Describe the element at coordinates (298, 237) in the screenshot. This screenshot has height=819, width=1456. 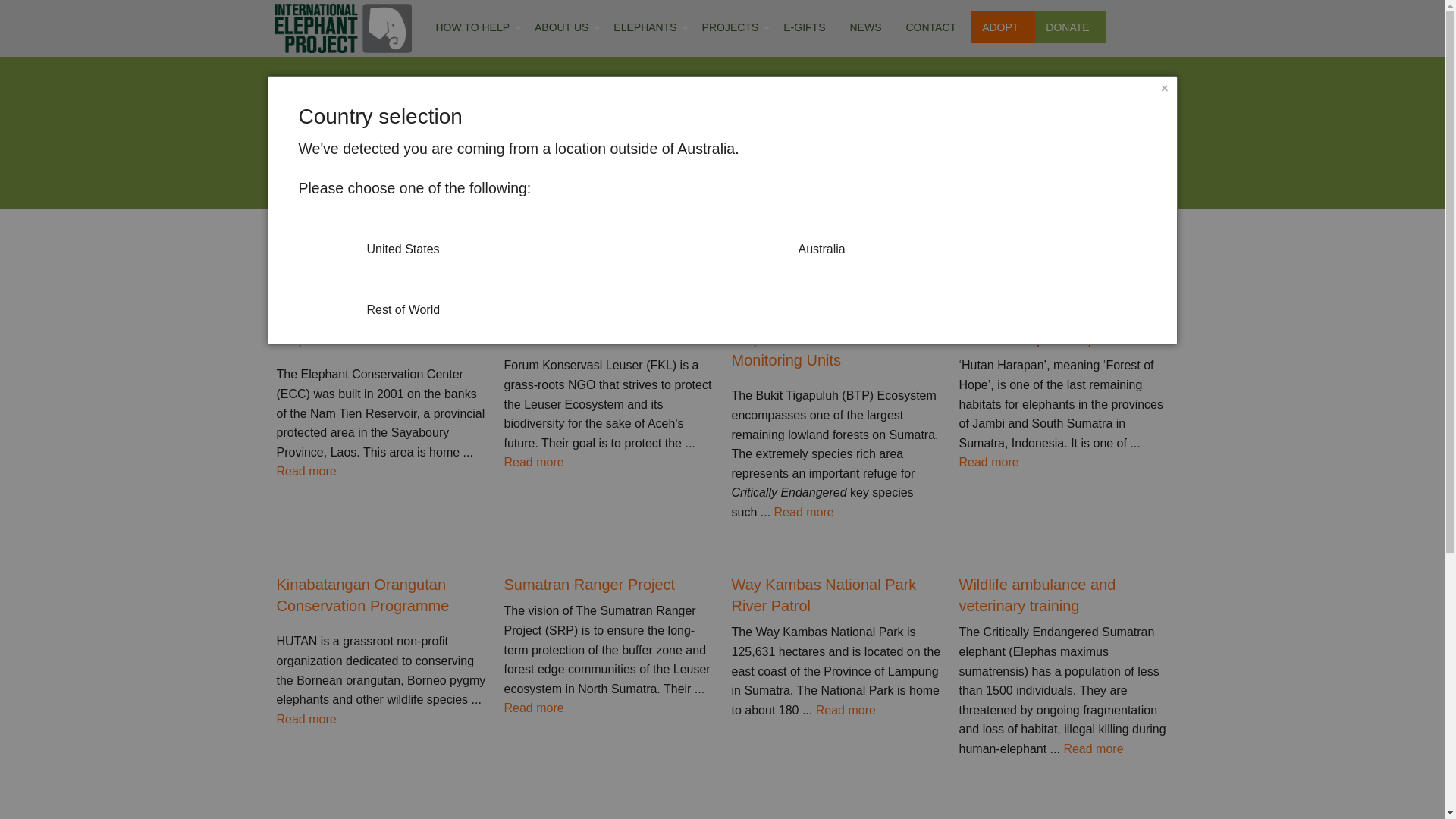
I see `'United States'` at that location.